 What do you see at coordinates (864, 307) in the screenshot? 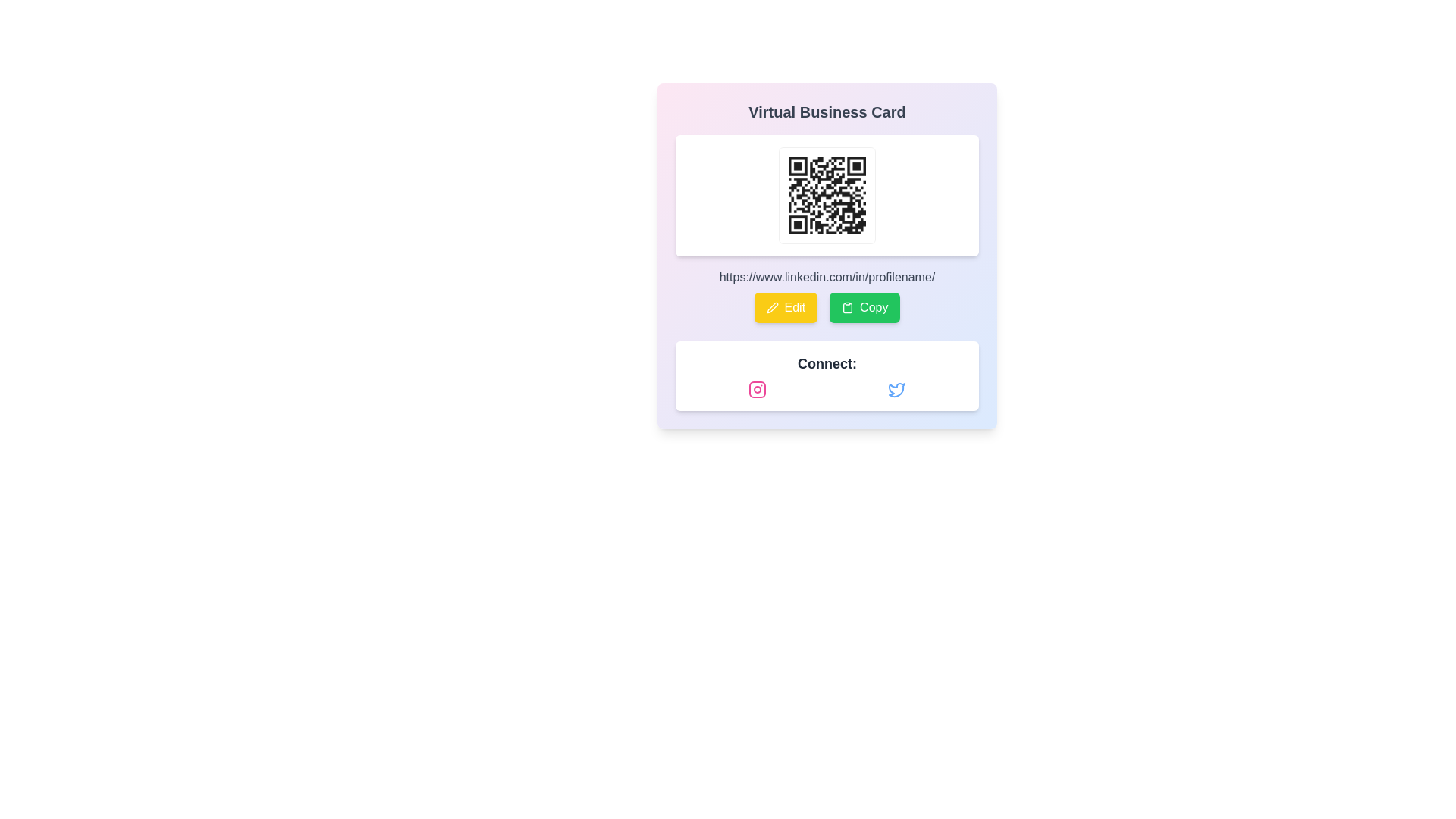
I see `the second button in the horizontal group that provides a 'Copy' functionality, located to the right of the yellow 'Edit' button, to change its color` at bounding box center [864, 307].